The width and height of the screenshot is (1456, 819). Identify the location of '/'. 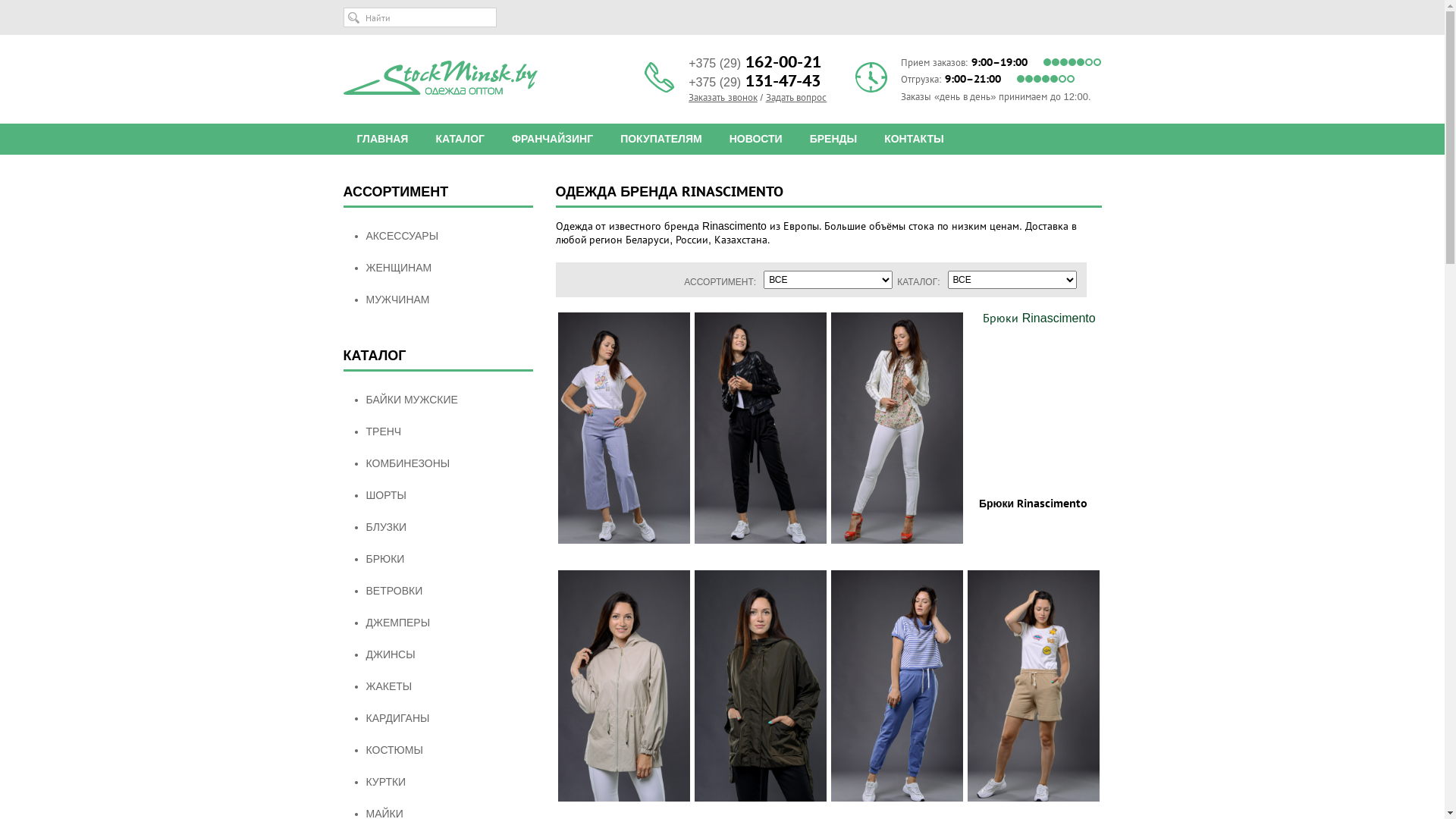
(761, 97).